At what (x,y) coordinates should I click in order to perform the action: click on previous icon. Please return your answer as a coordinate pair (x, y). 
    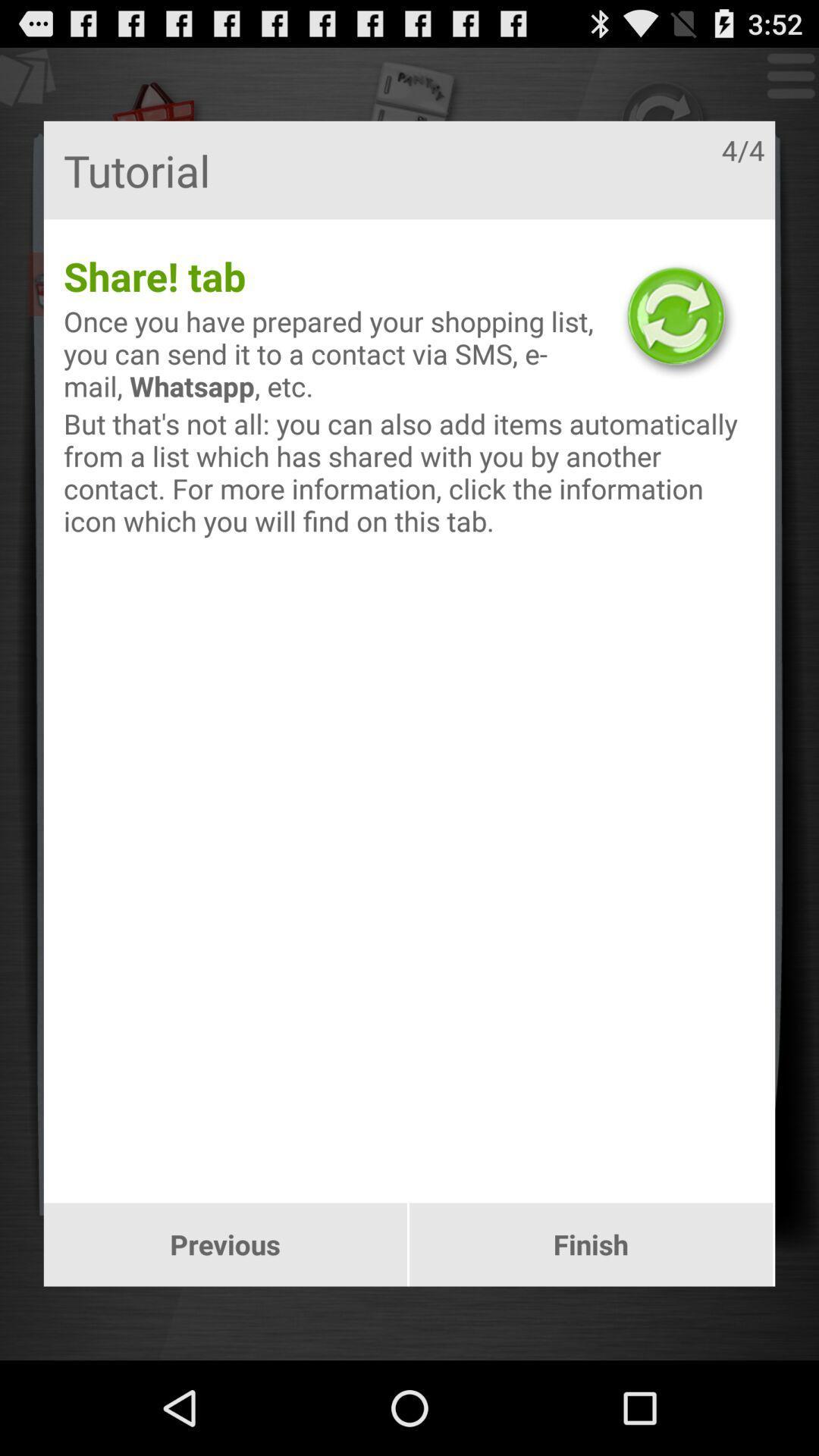
    Looking at the image, I should click on (225, 1244).